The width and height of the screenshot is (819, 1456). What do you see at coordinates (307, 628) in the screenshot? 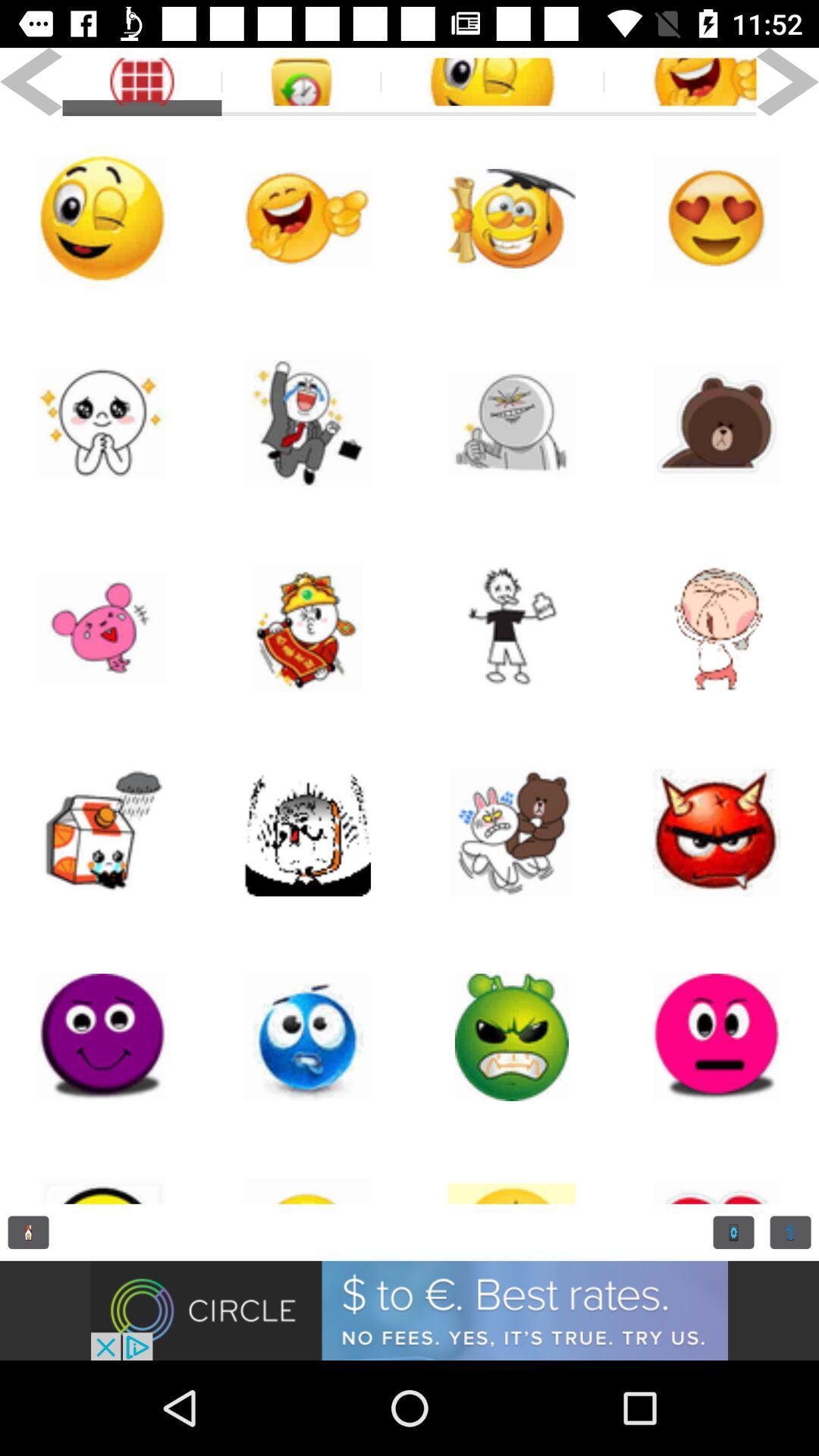
I see `icon page` at bounding box center [307, 628].